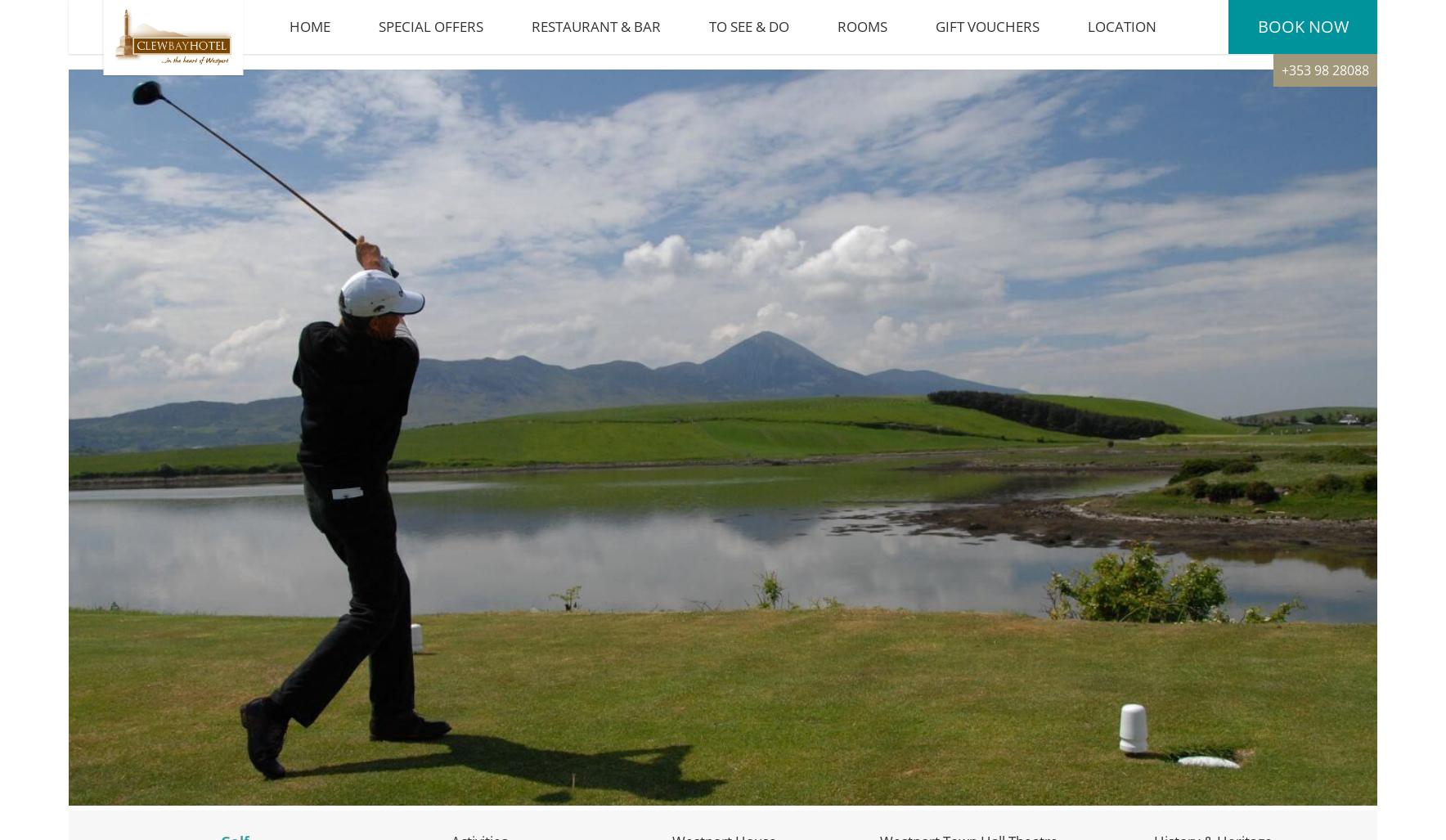 The height and width of the screenshot is (840, 1446). I want to click on 'Now', so click(1326, 34).